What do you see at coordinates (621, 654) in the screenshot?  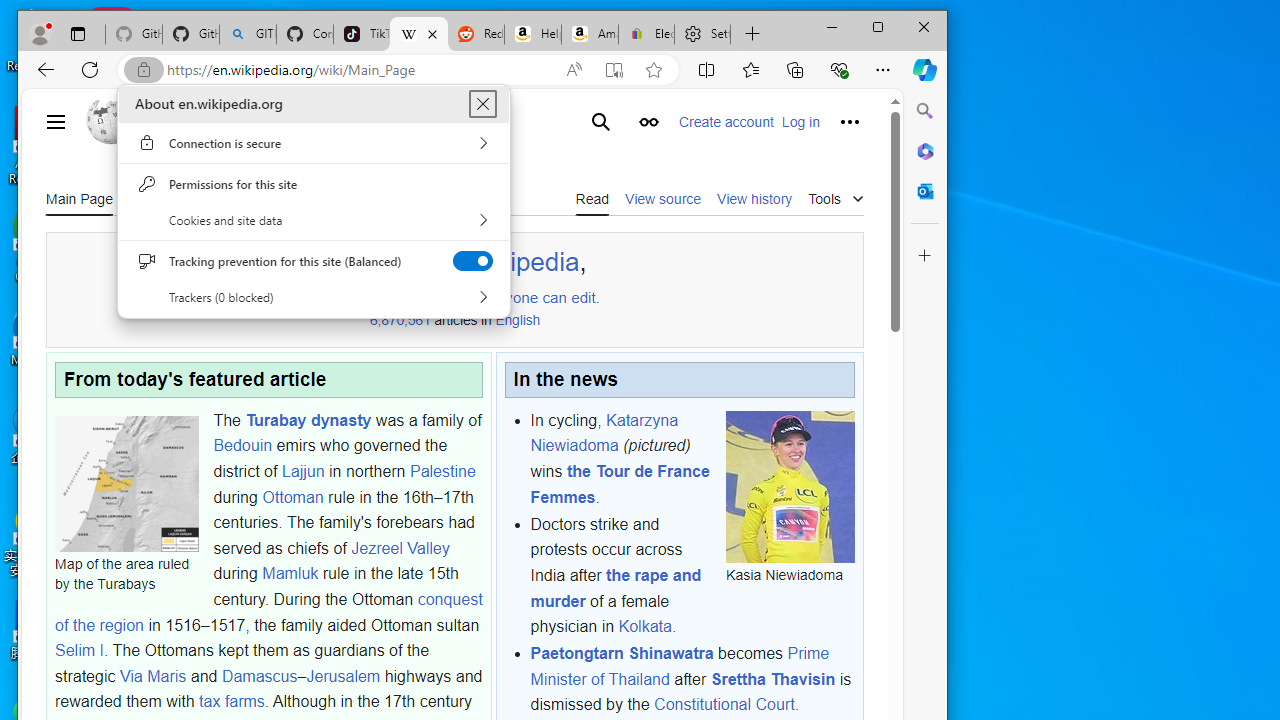 I see `'Paetongtarn Shinawatra'` at bounding box center [621, 654].